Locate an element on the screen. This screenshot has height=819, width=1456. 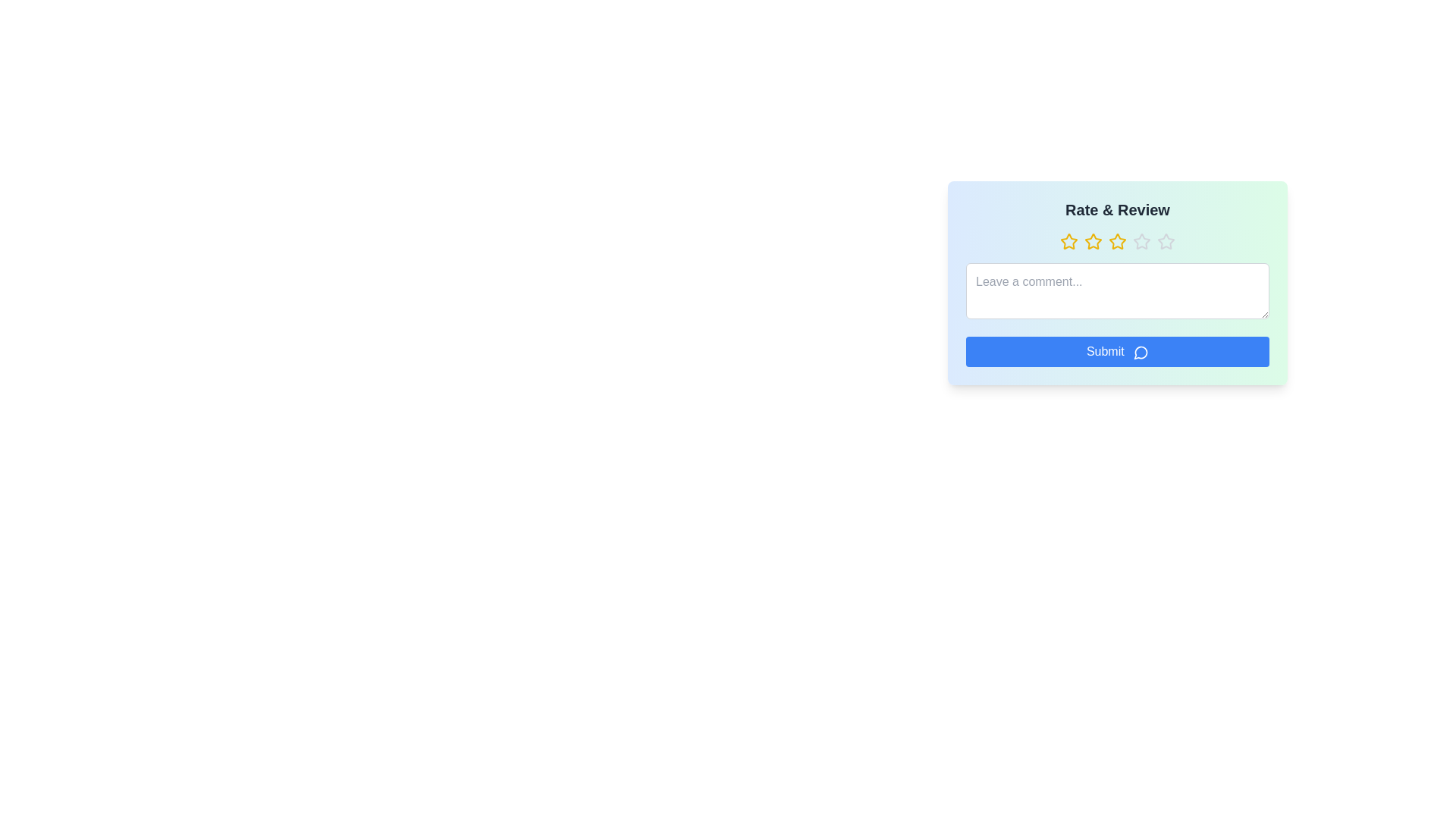
the star corresponding to the desired rating value 3 is located at coordinates (1117, 241).